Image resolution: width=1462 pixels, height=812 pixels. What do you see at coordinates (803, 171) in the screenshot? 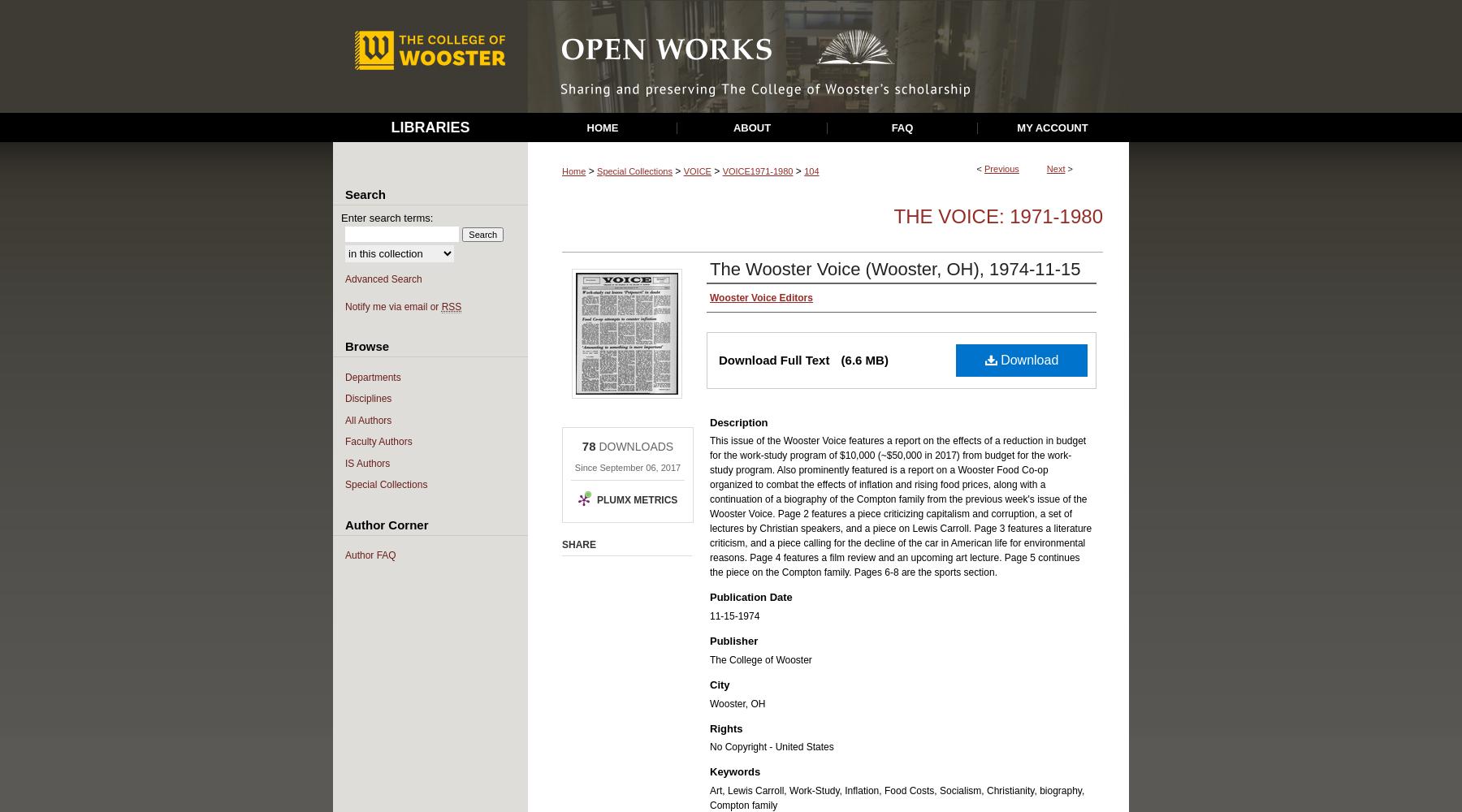
I see `'104'` at bounding box center [803, 171].